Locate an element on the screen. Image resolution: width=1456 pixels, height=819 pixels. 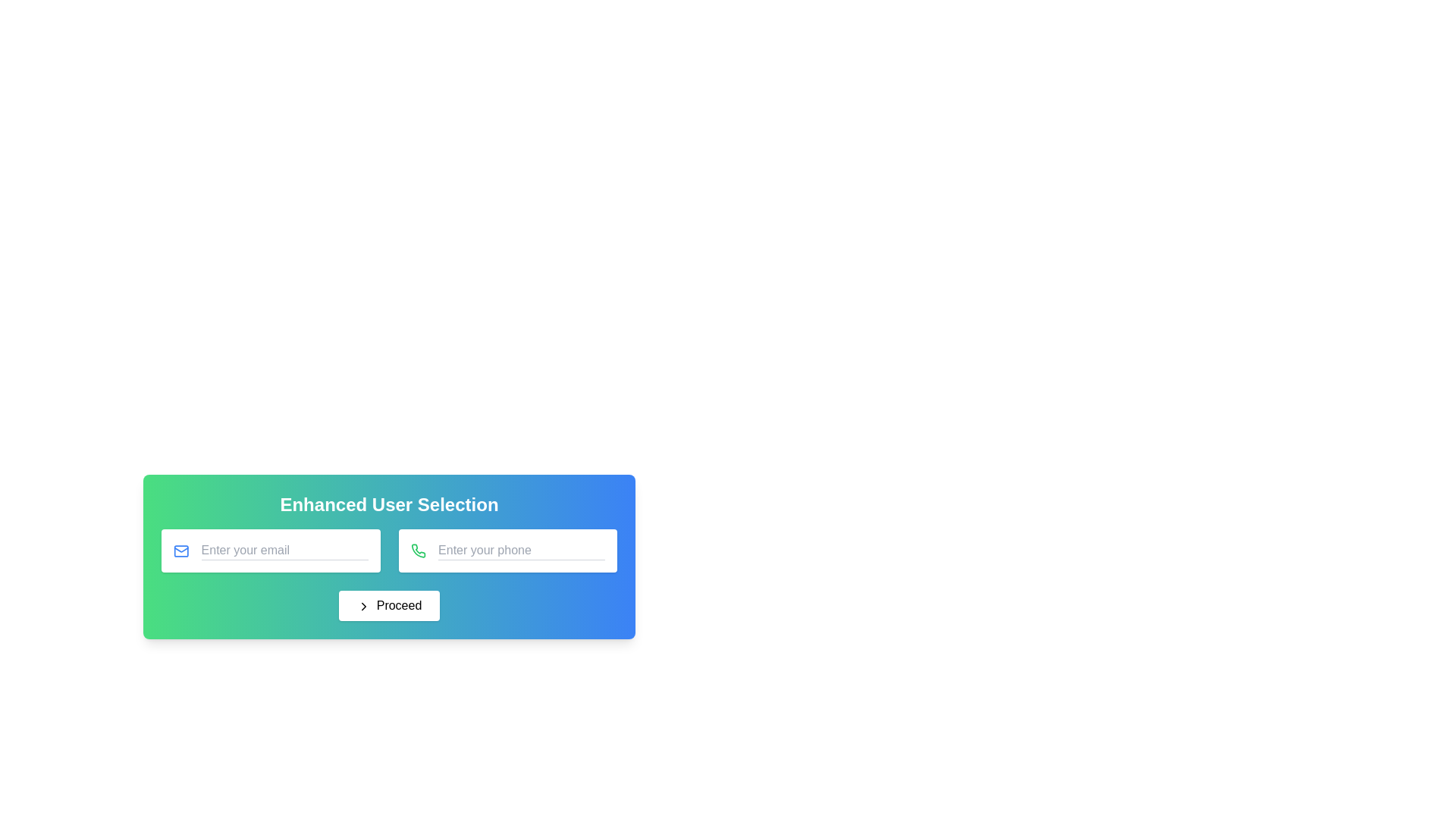
the confirmation button located within the 'Enhanced User Selection' panel, positioned below the input fields for email and phone is located at coordinates (389, 604).